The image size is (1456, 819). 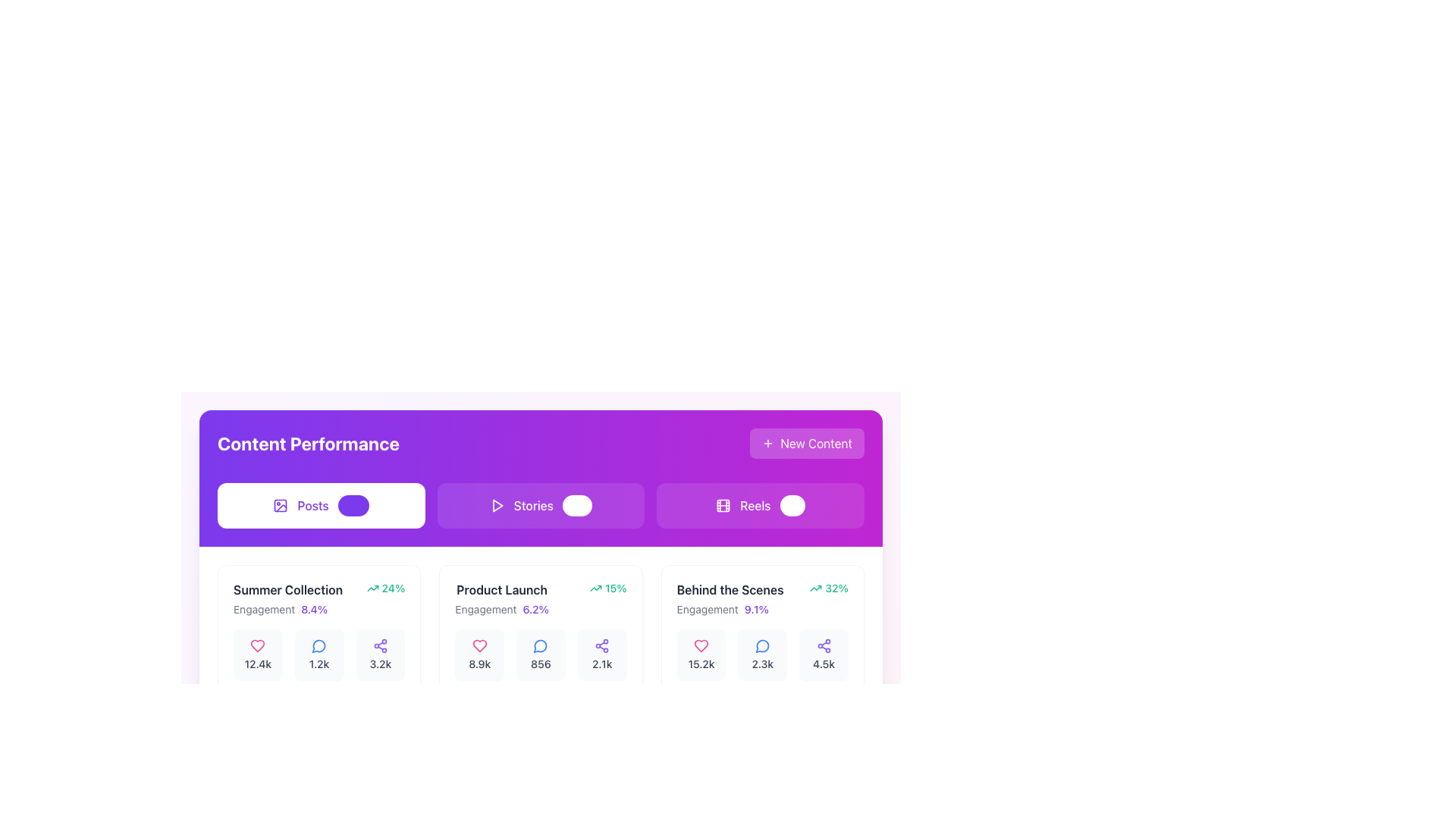 I want to click on the circular blue outlined comment icon located in the 'Product Launch' column of the 'Content Performance' section, so click(x=541, y=646).